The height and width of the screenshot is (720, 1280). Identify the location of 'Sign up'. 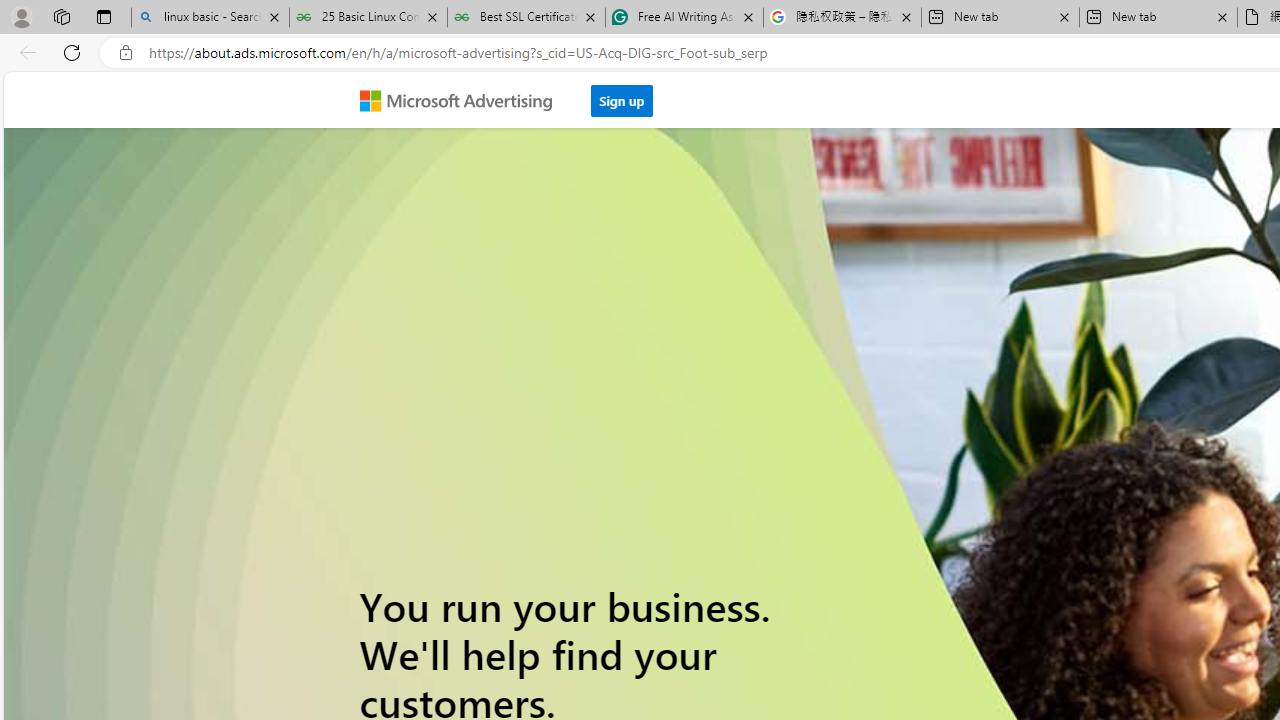
(621, 95).